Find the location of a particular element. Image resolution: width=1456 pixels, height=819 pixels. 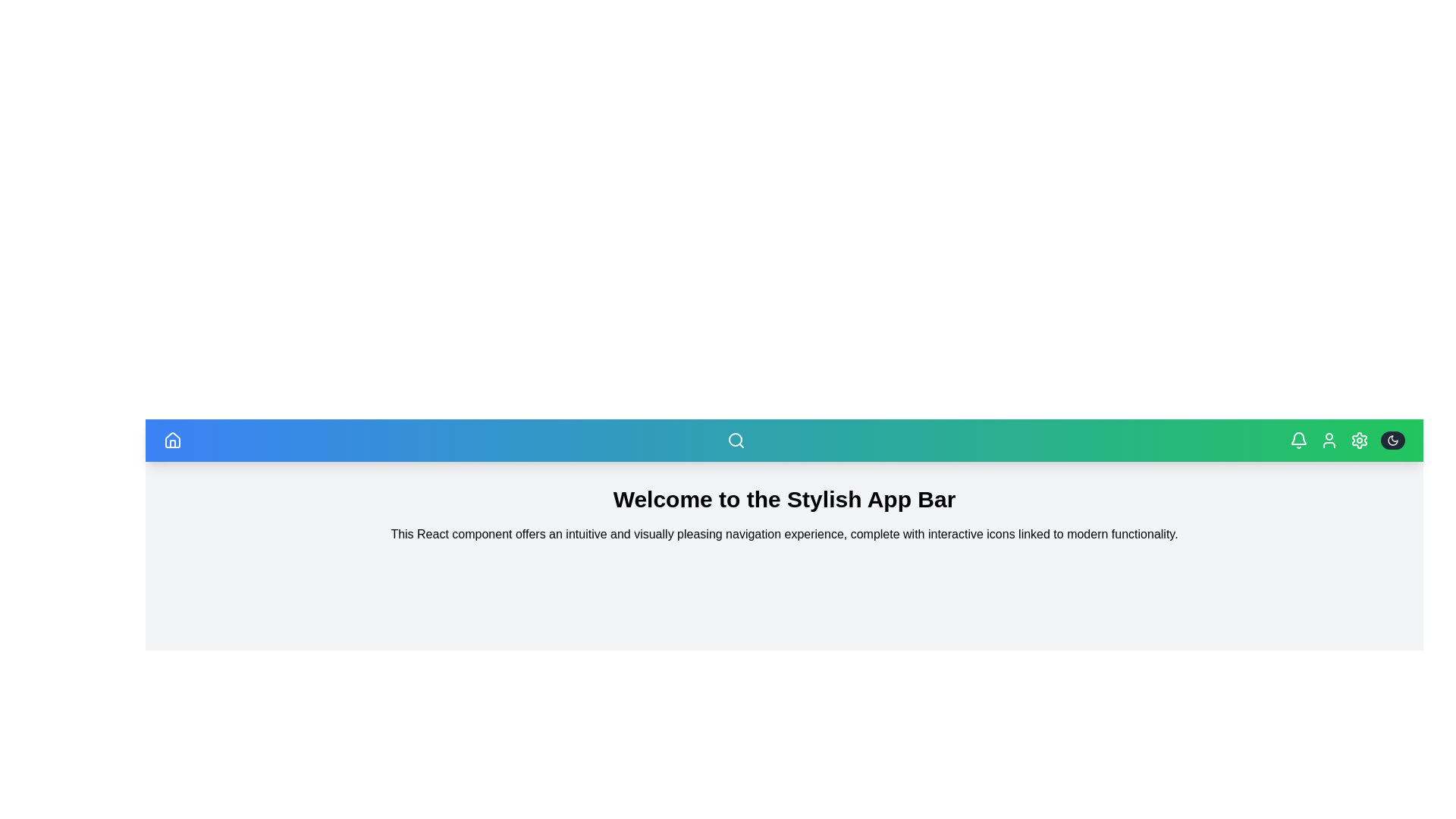

the bell icon to view notifications is located at coordinates (1298, 441).